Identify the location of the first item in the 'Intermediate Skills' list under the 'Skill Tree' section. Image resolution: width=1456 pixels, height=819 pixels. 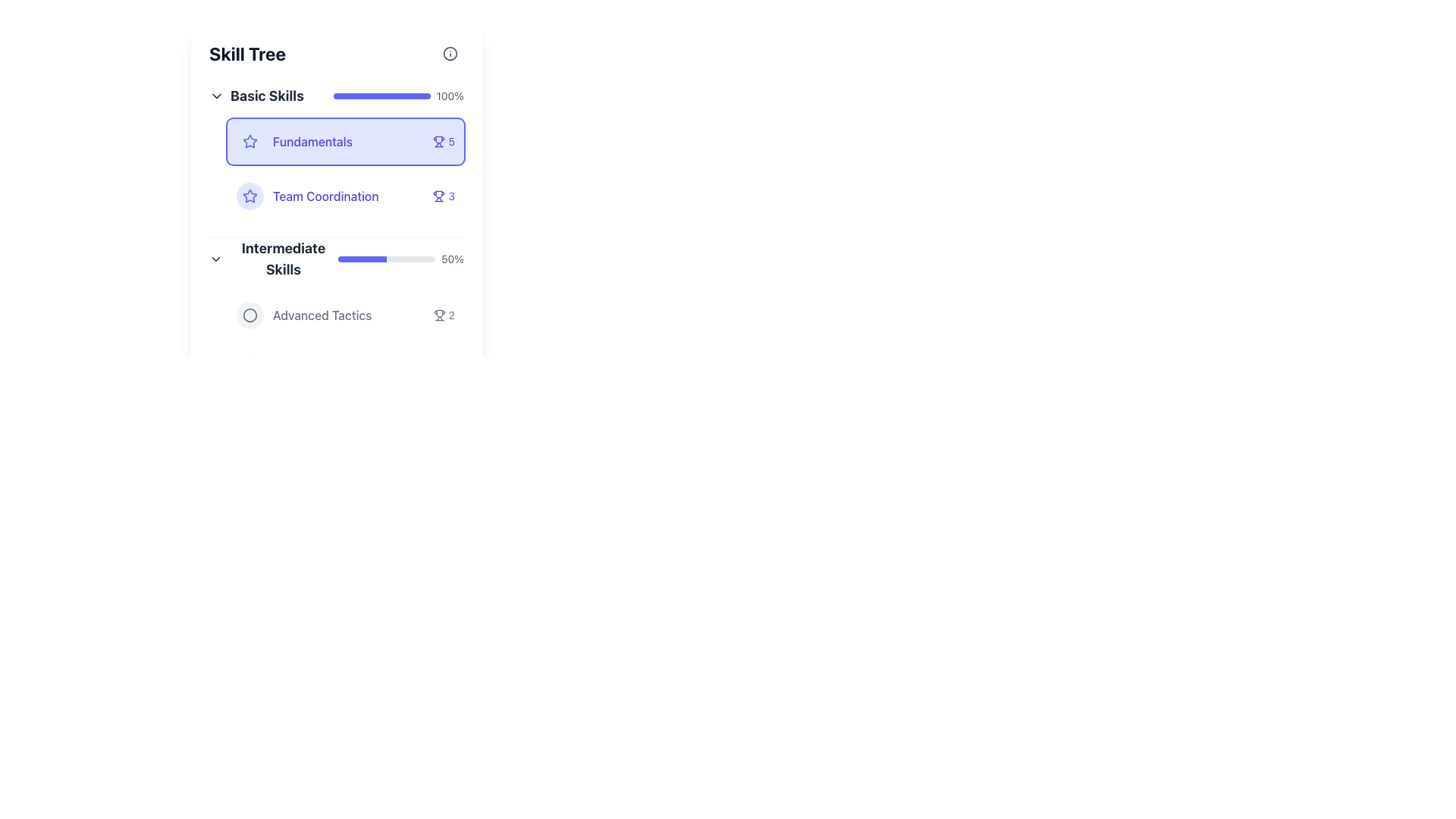
(345, 342).